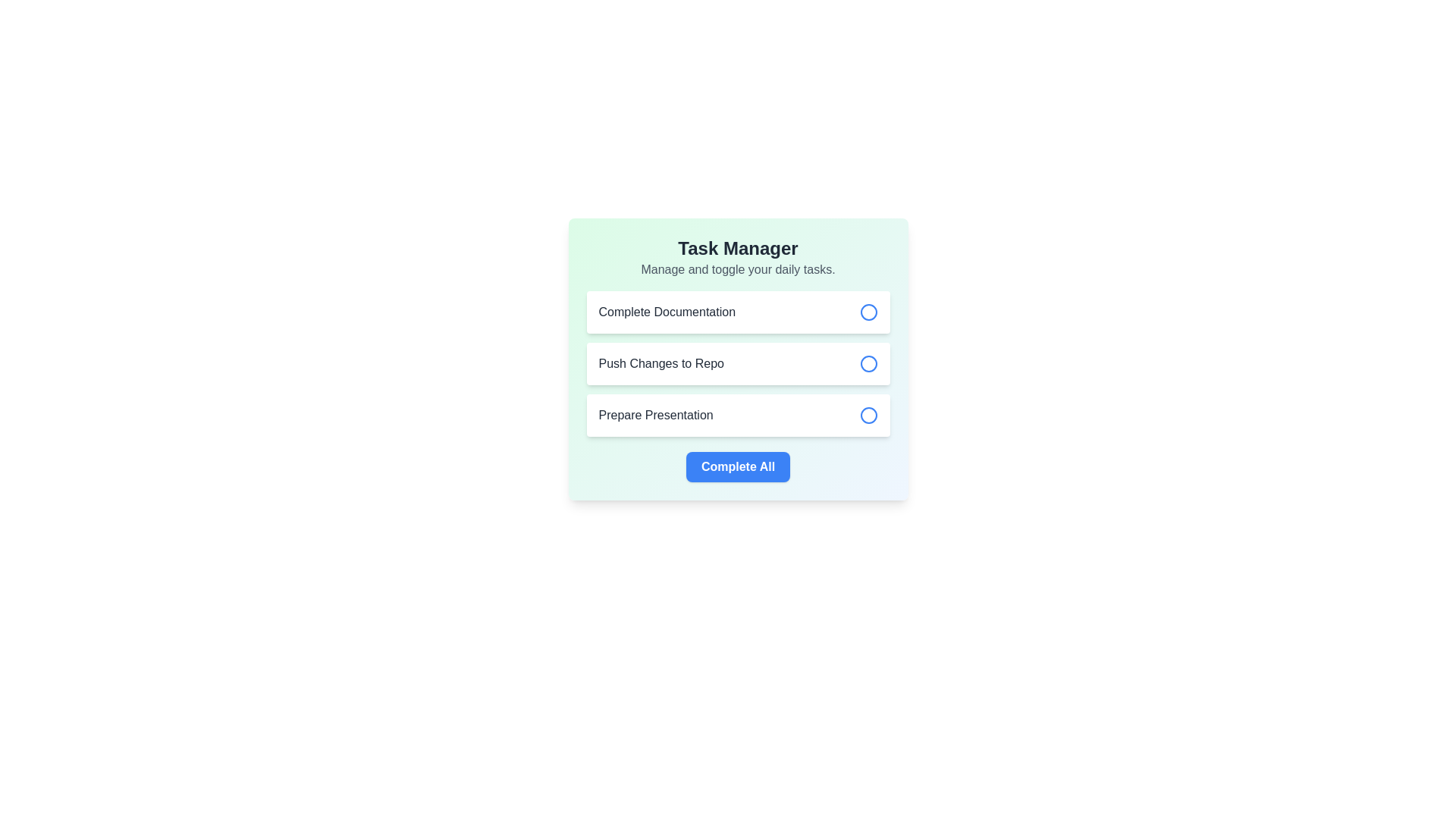  I want to click on the circular blue selection button of the 'Push Changes to Repo' list item, so click(738, 363).